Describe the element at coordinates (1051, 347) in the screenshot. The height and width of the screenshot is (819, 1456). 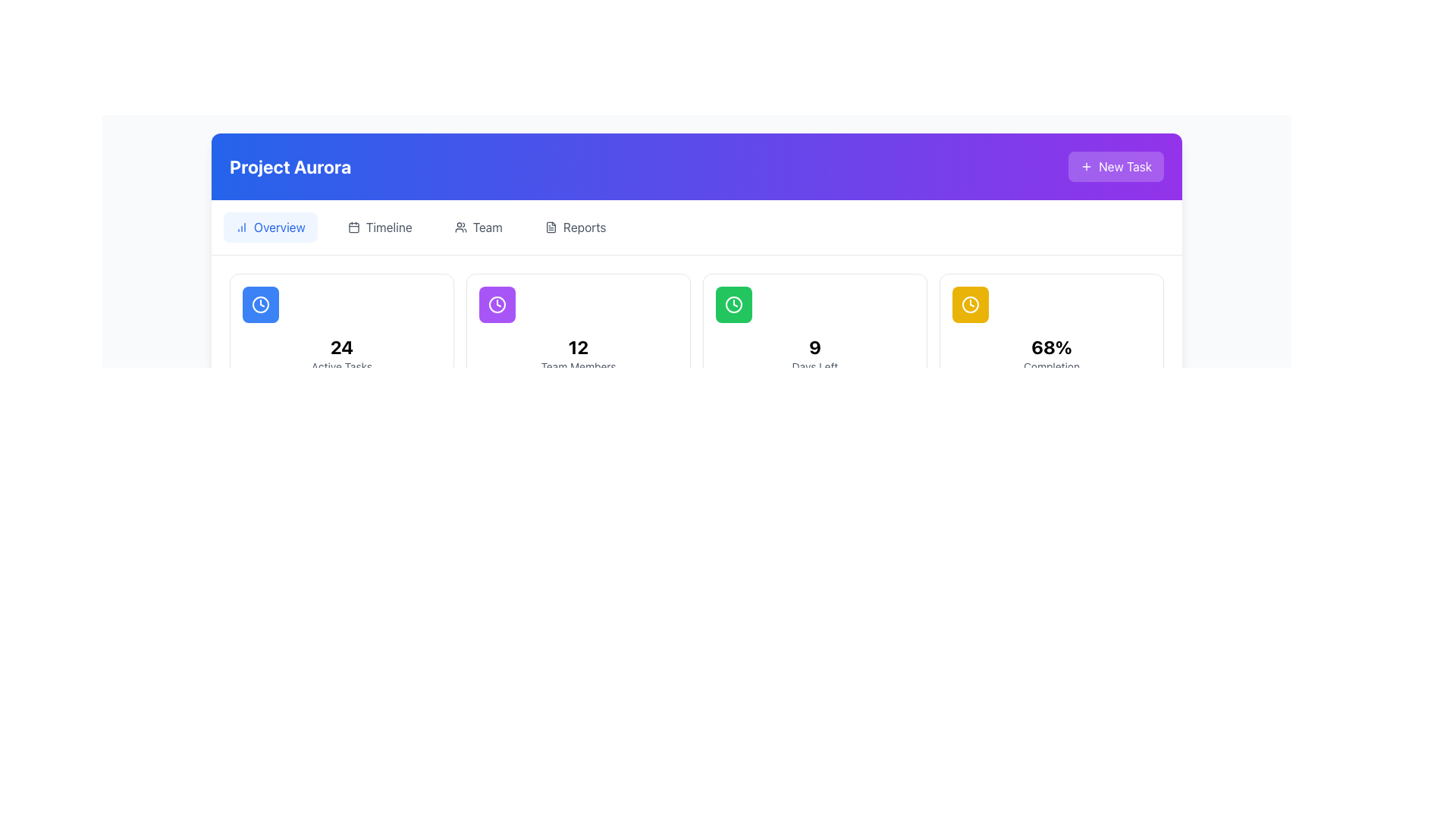
I see `the displayed percentage value on the text label located centrally above the text 'Completion' and below a yellow clock icon, within the rightmost white background box of a group of four` at that location.